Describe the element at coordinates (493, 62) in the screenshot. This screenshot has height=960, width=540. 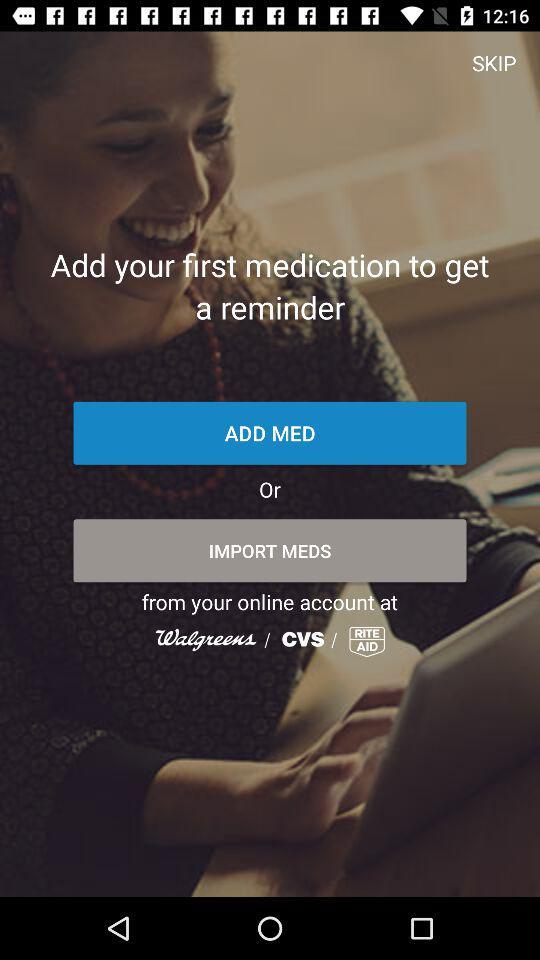
I see `skip item` at that location.